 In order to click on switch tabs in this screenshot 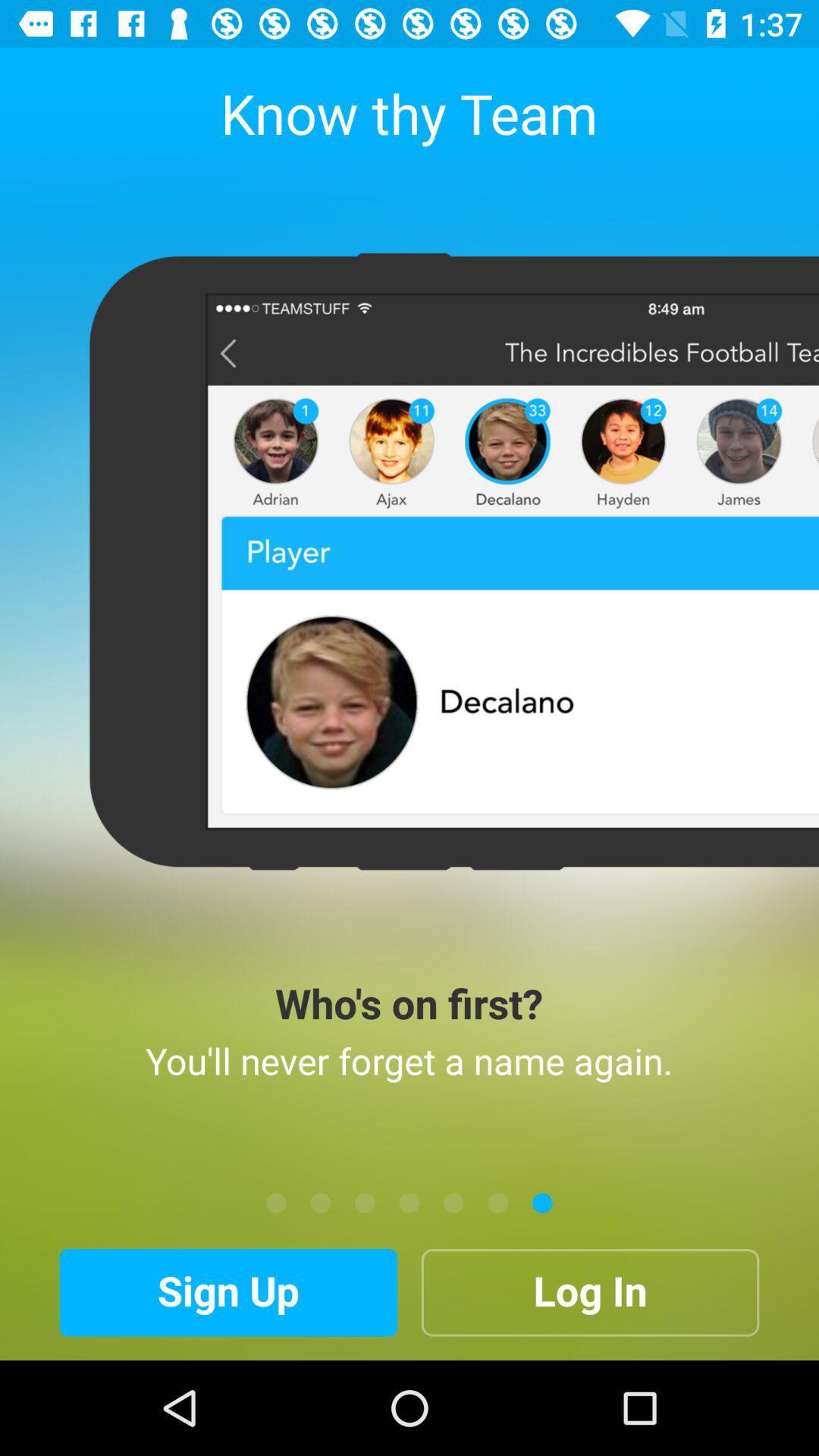, I will do `click(365, 1202)`.